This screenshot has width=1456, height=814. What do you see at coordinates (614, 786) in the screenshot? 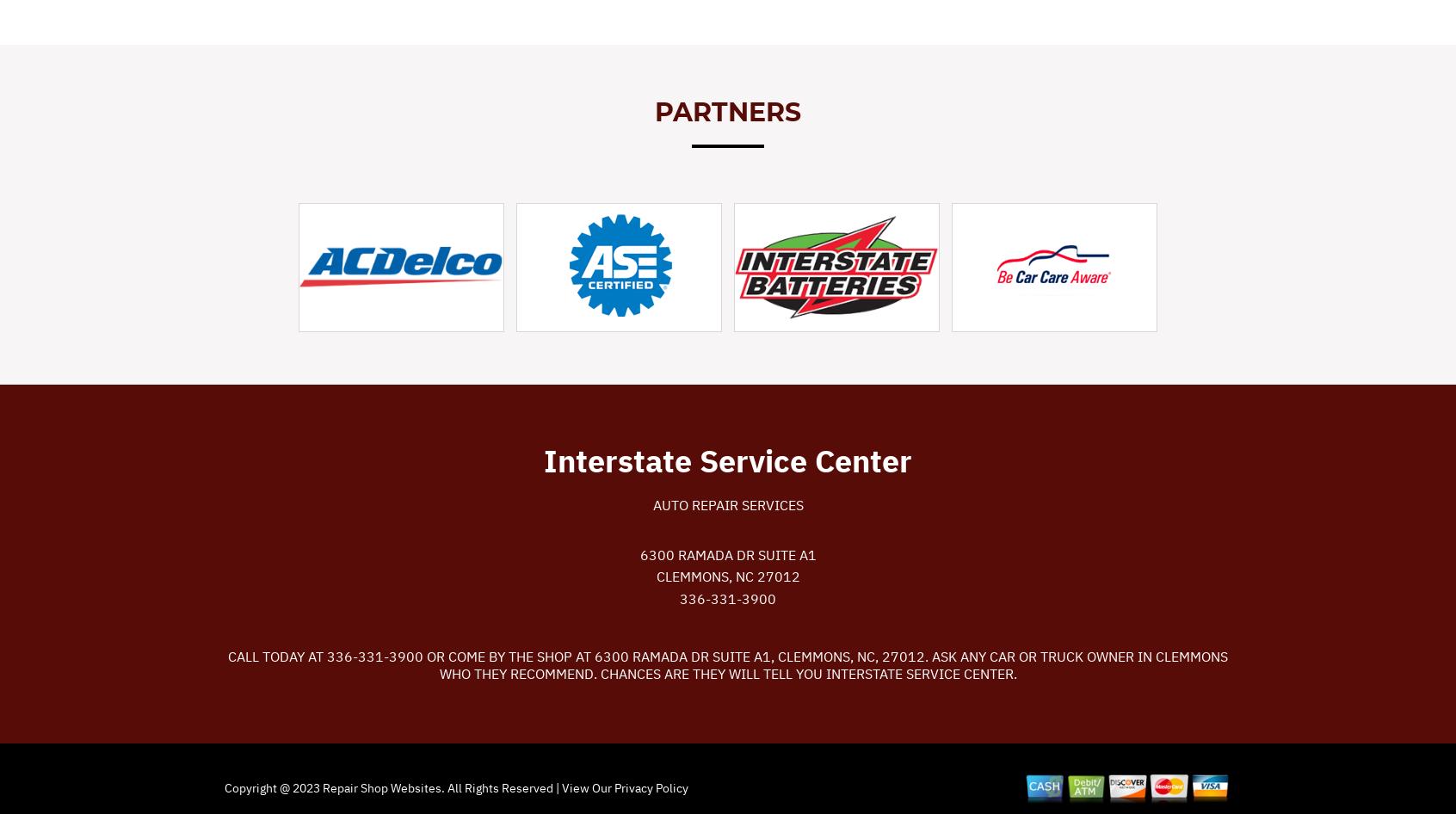
I see `'Privacy Policy'` at bounding box center [614, 786].